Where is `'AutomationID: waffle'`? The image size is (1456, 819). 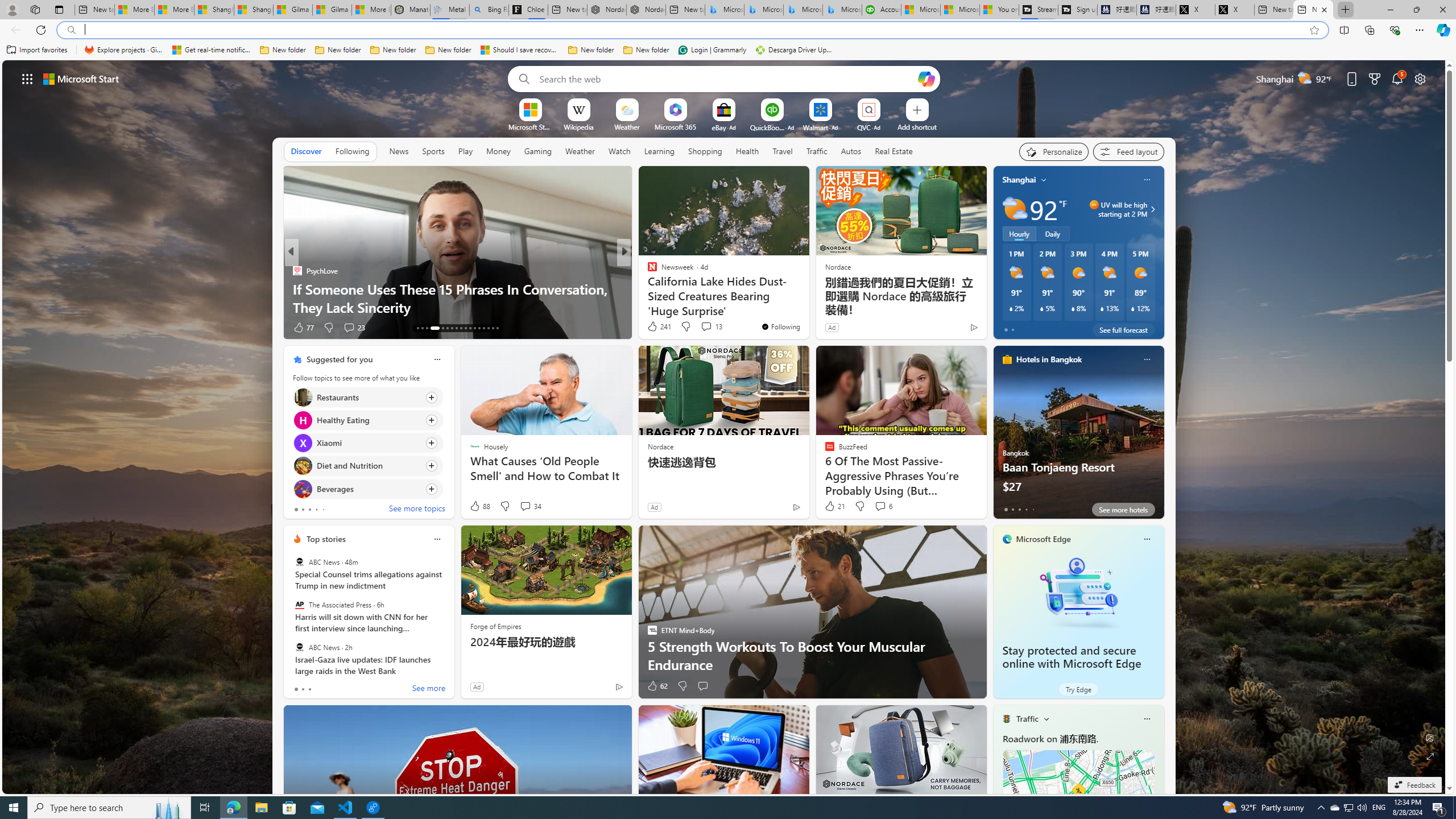 'AutomationID: waffle' is located at coordinates (27, 78).